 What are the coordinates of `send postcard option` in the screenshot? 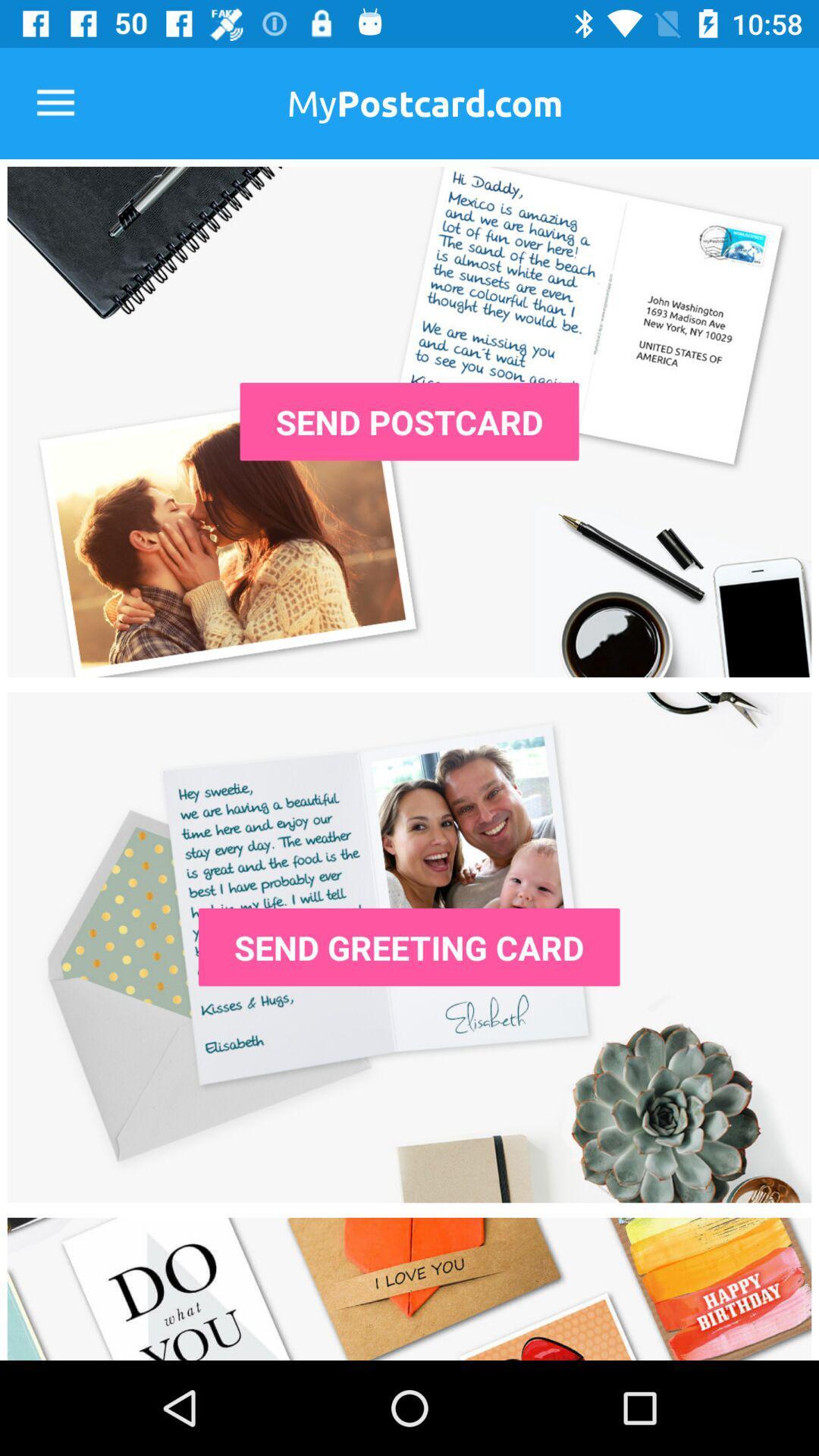 It's located at (409, 422).